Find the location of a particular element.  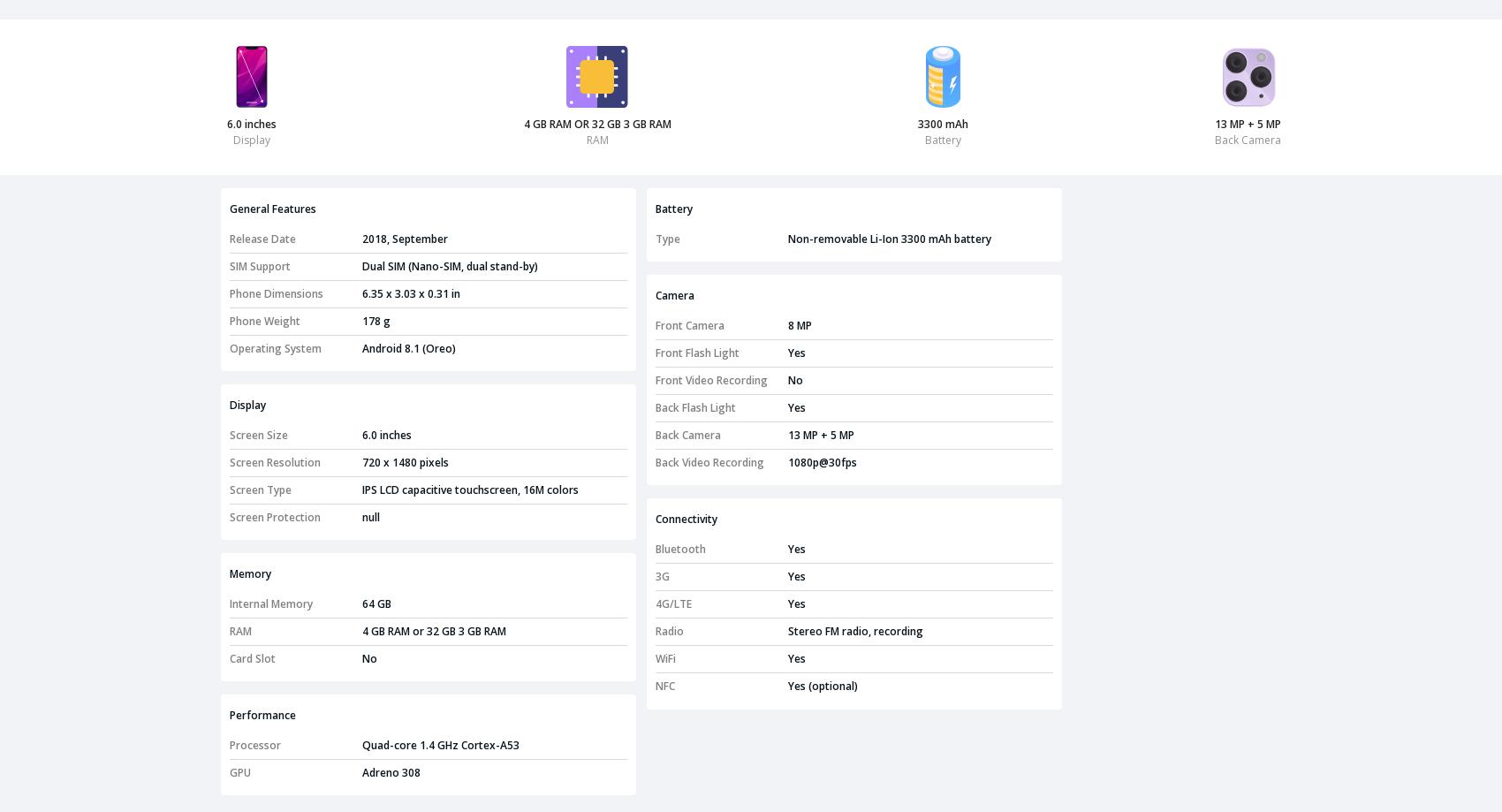

'Dual SIM (Nano-SIM, dual stand-by)' is located at coordinates (450, 264).